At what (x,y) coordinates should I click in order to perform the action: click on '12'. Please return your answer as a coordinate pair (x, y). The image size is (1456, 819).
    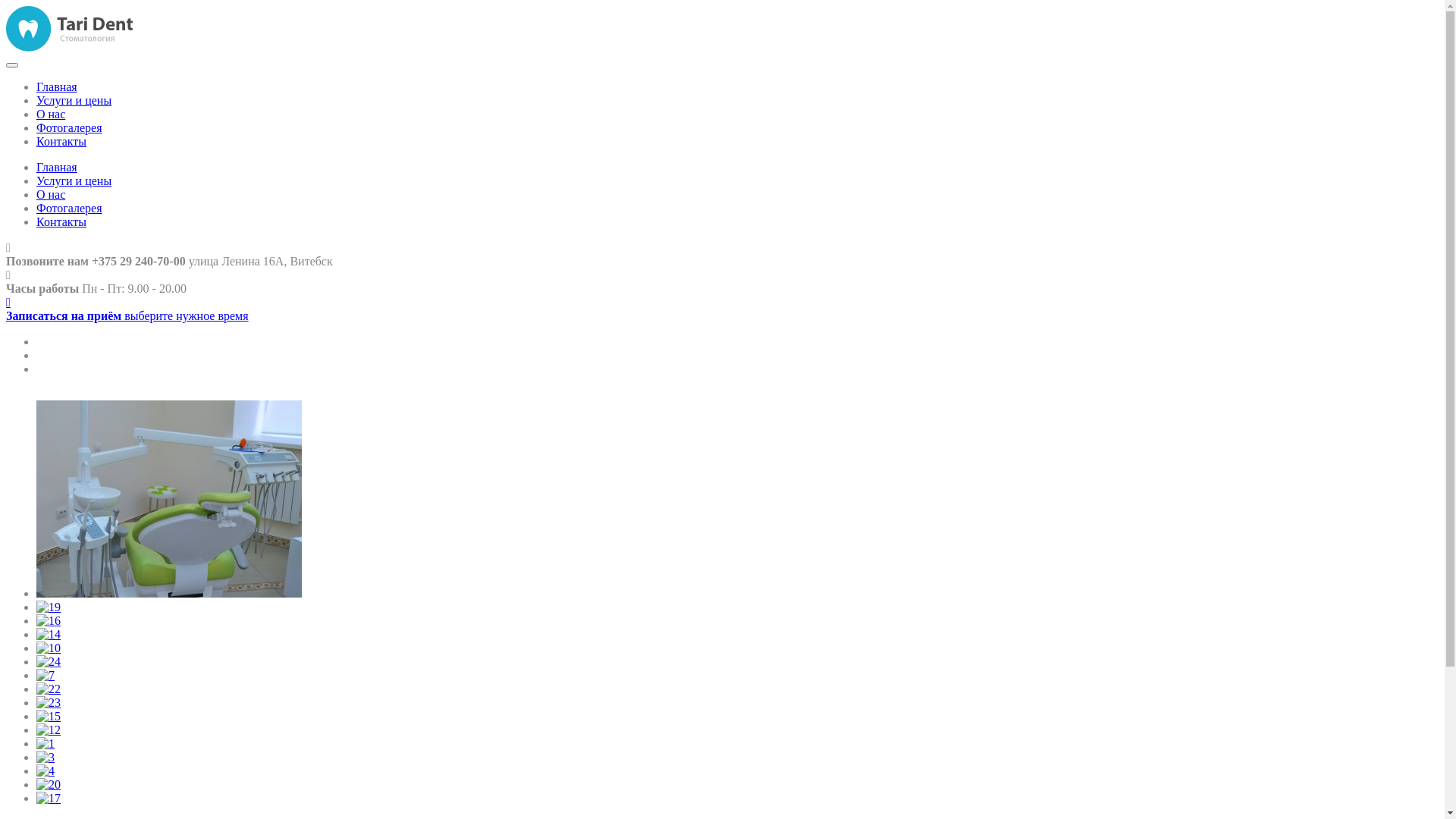
    Looking at the image, I should click on (48, 730).